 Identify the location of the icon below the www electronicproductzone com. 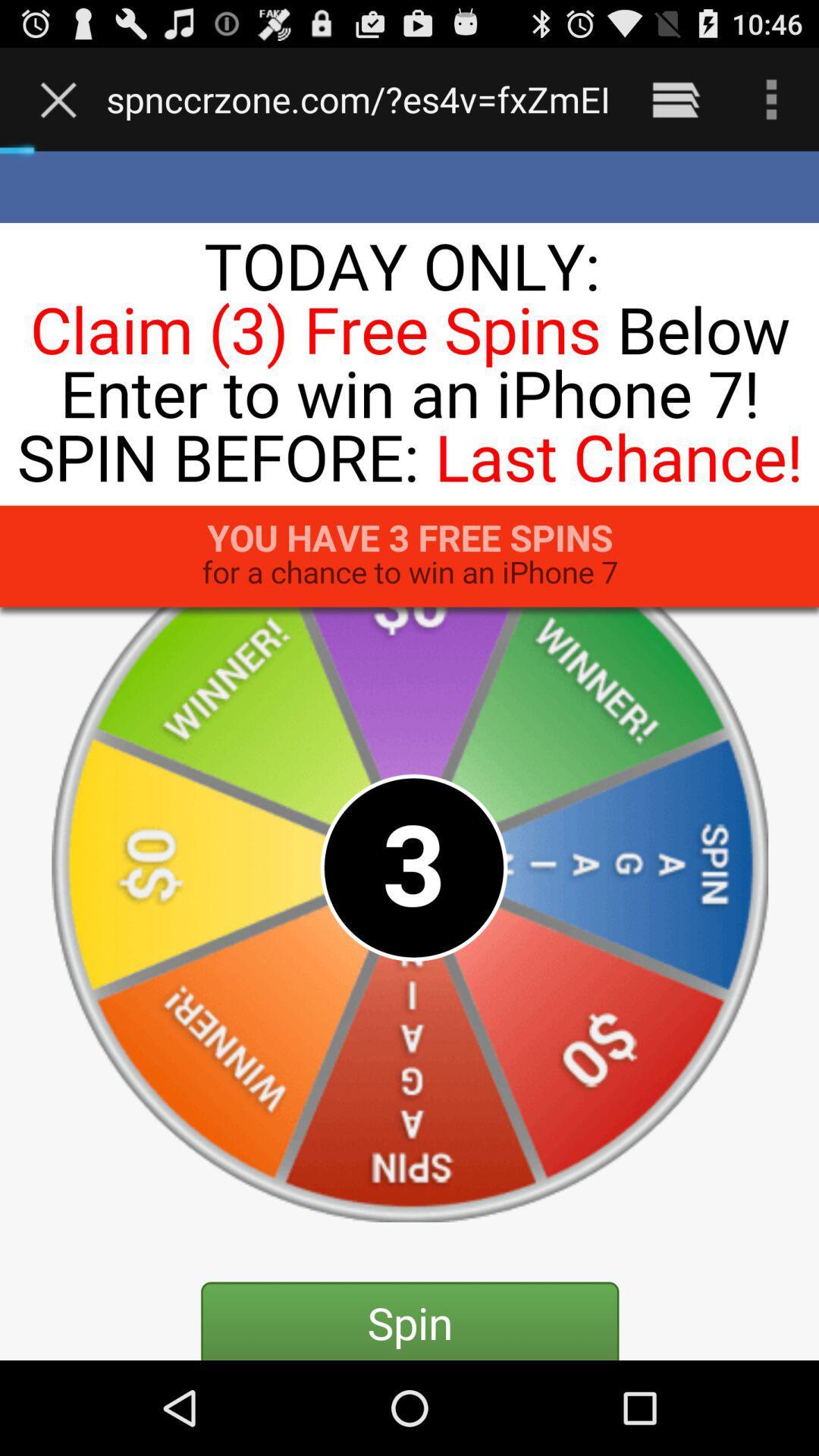
(409, 755).